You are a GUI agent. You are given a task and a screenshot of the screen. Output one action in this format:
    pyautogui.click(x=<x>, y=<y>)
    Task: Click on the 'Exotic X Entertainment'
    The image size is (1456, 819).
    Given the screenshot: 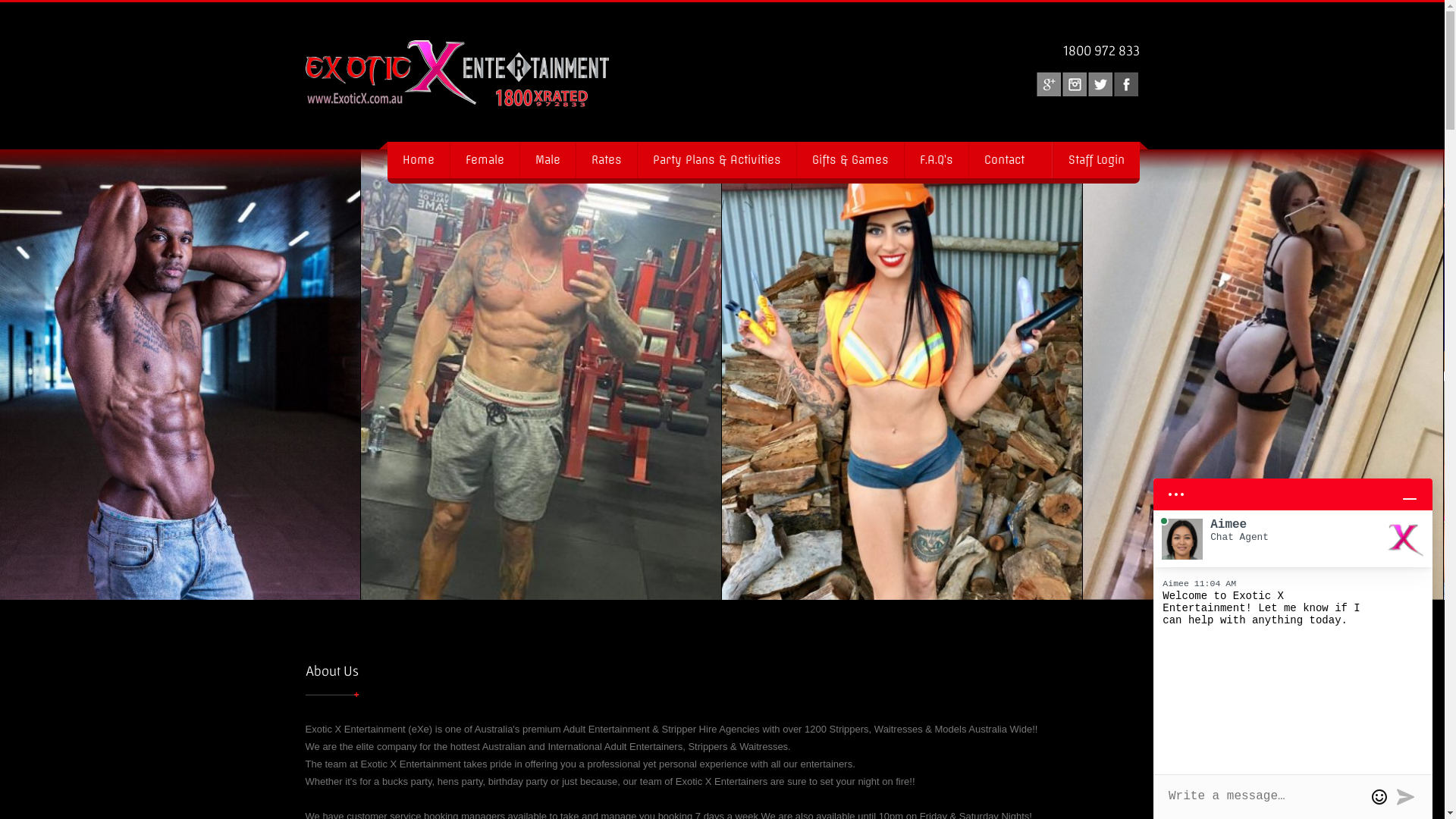 What is the action you would take?
    pyautogui.click(x=428, y=76)
    